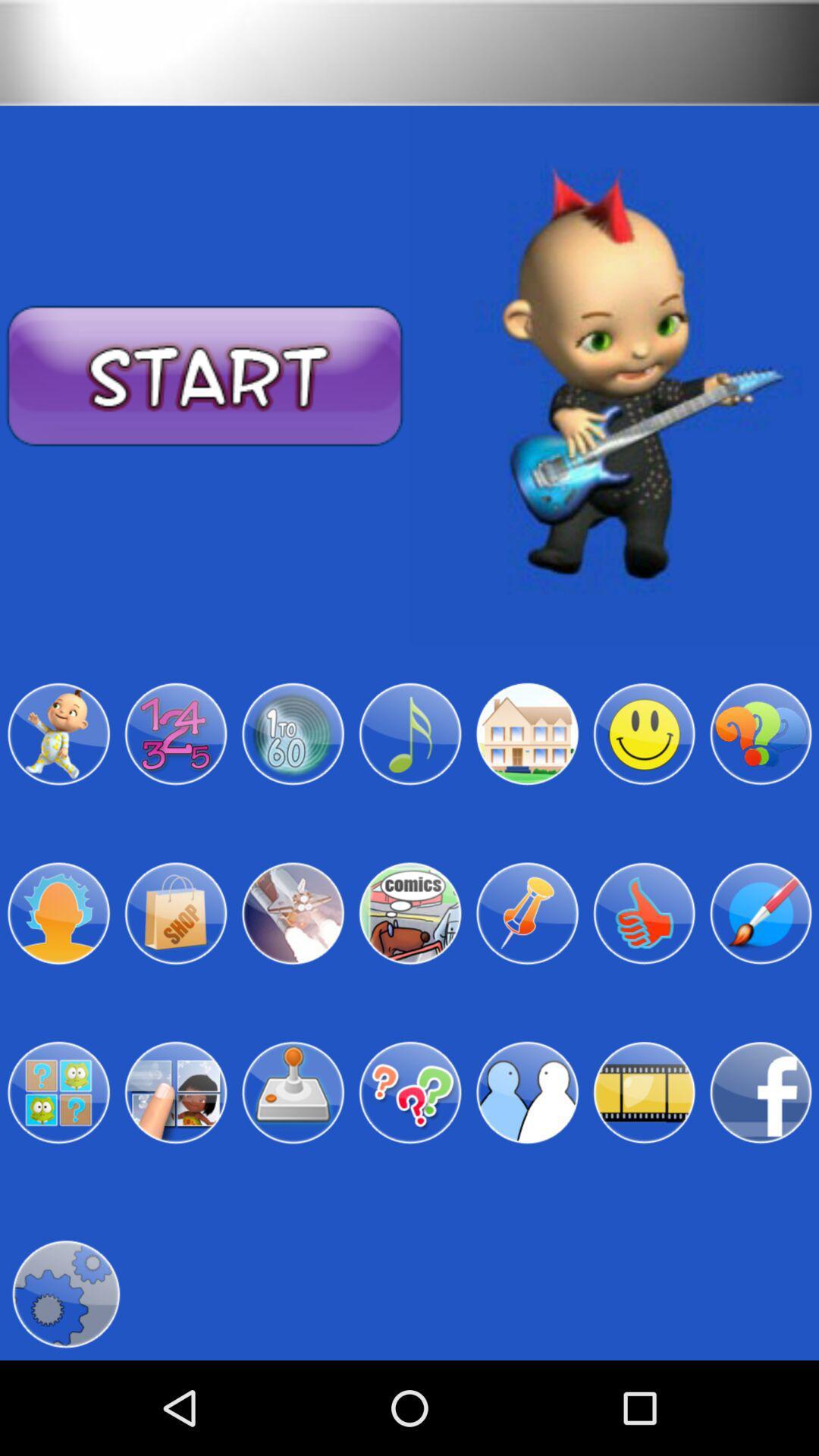 The height and width of the screenshot is (1456, 819). Describe the element at coordinates (761, 1093) in the screenshot. I see `facebook icon` at that location.